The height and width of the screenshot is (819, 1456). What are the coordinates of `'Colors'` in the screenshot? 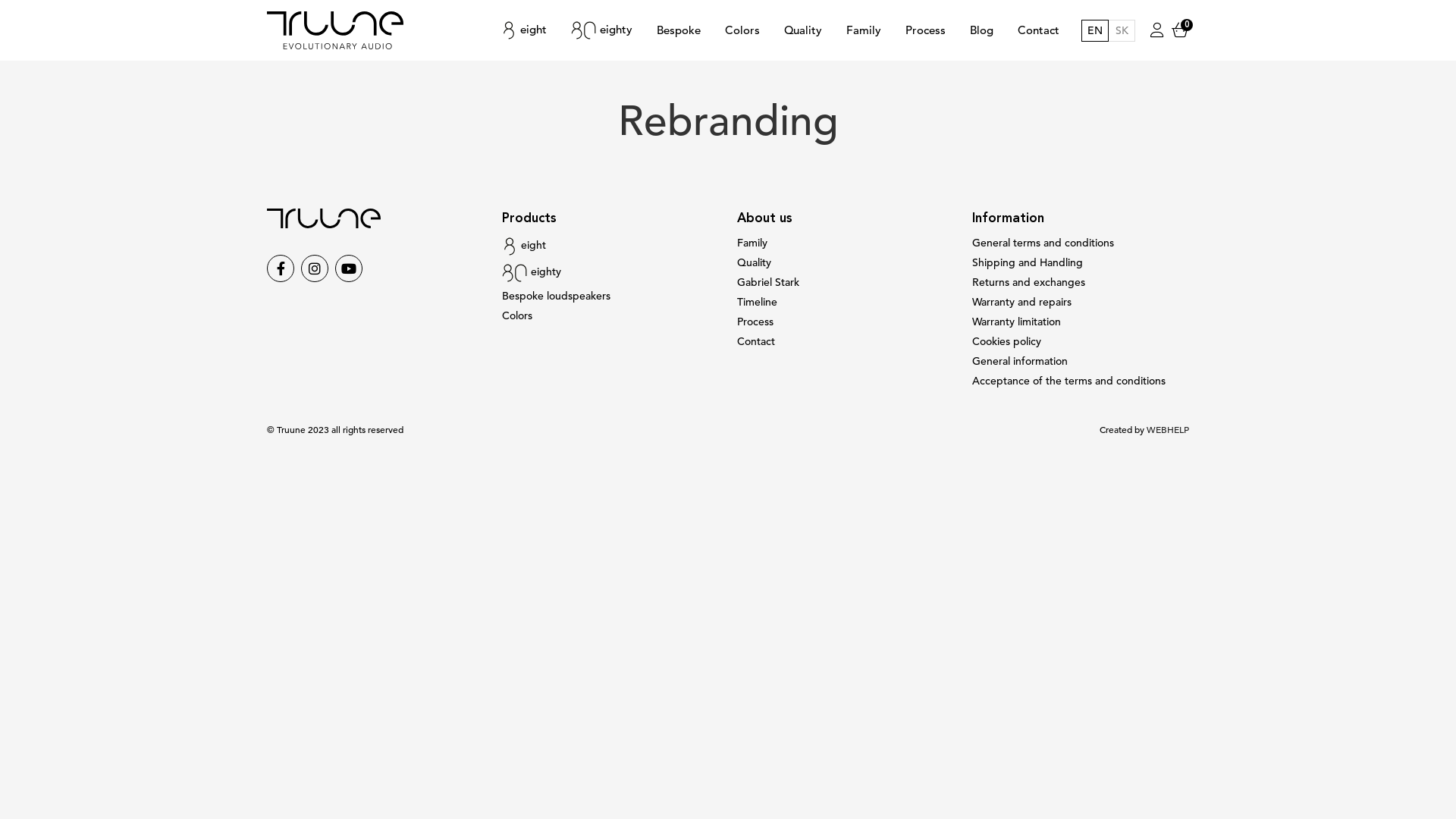 It's located at (516, 315).